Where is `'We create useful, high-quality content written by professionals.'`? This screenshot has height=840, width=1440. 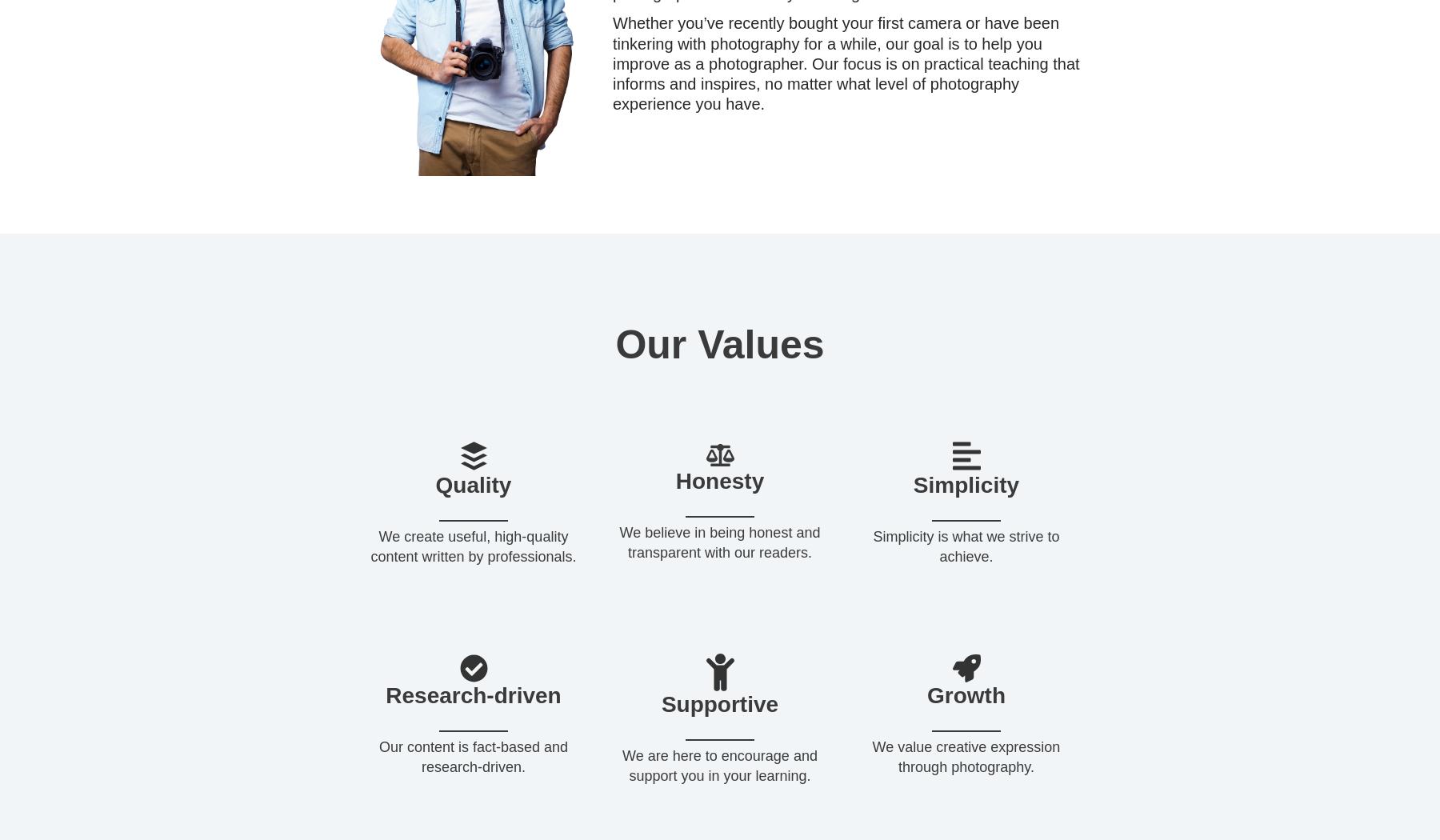
'We create useful, high-quality content written by professionals.' is located at coordinates (473, 546).